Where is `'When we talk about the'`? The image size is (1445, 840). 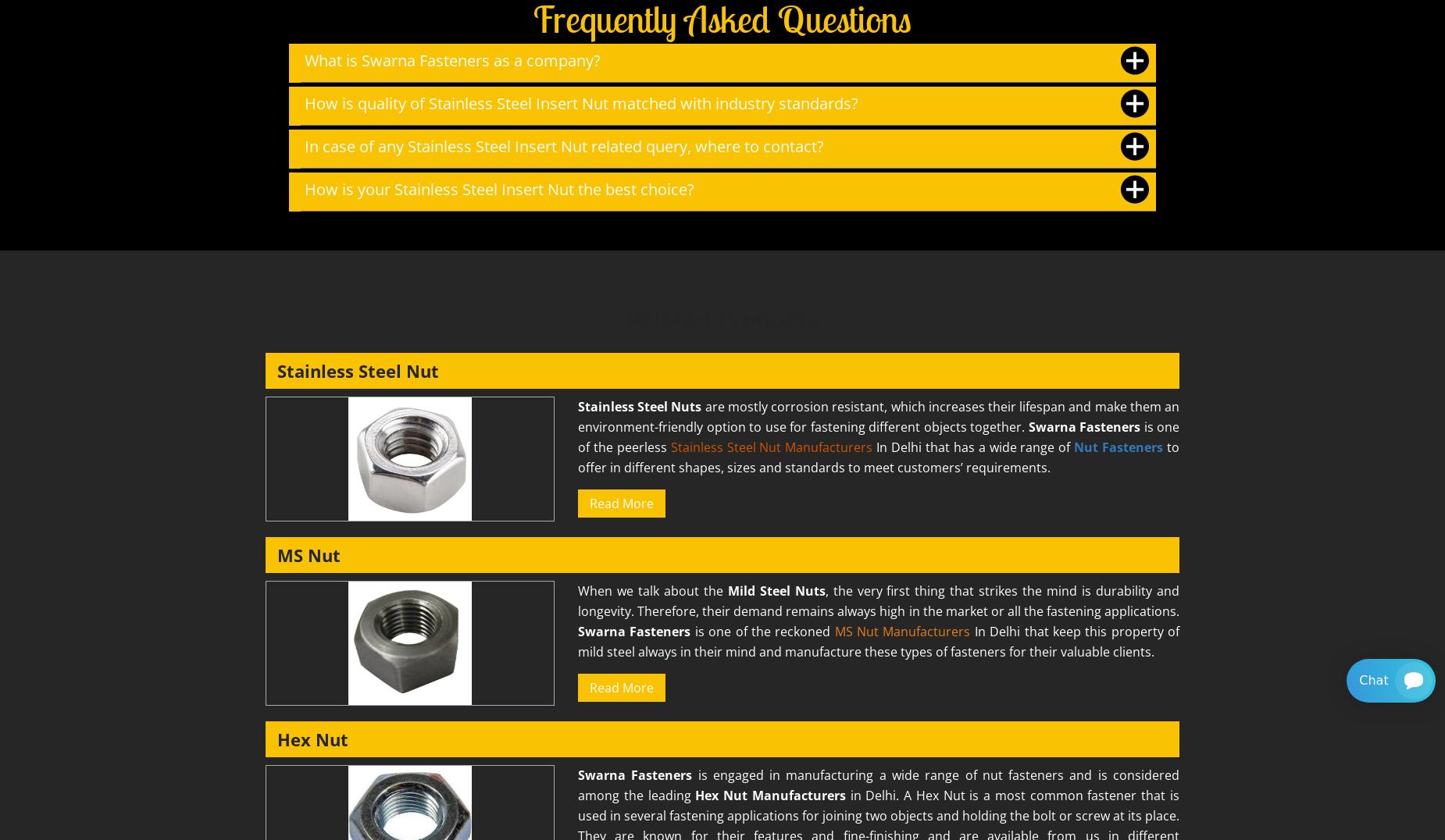
'When we talk about the' is located at coordinates (578, 589).